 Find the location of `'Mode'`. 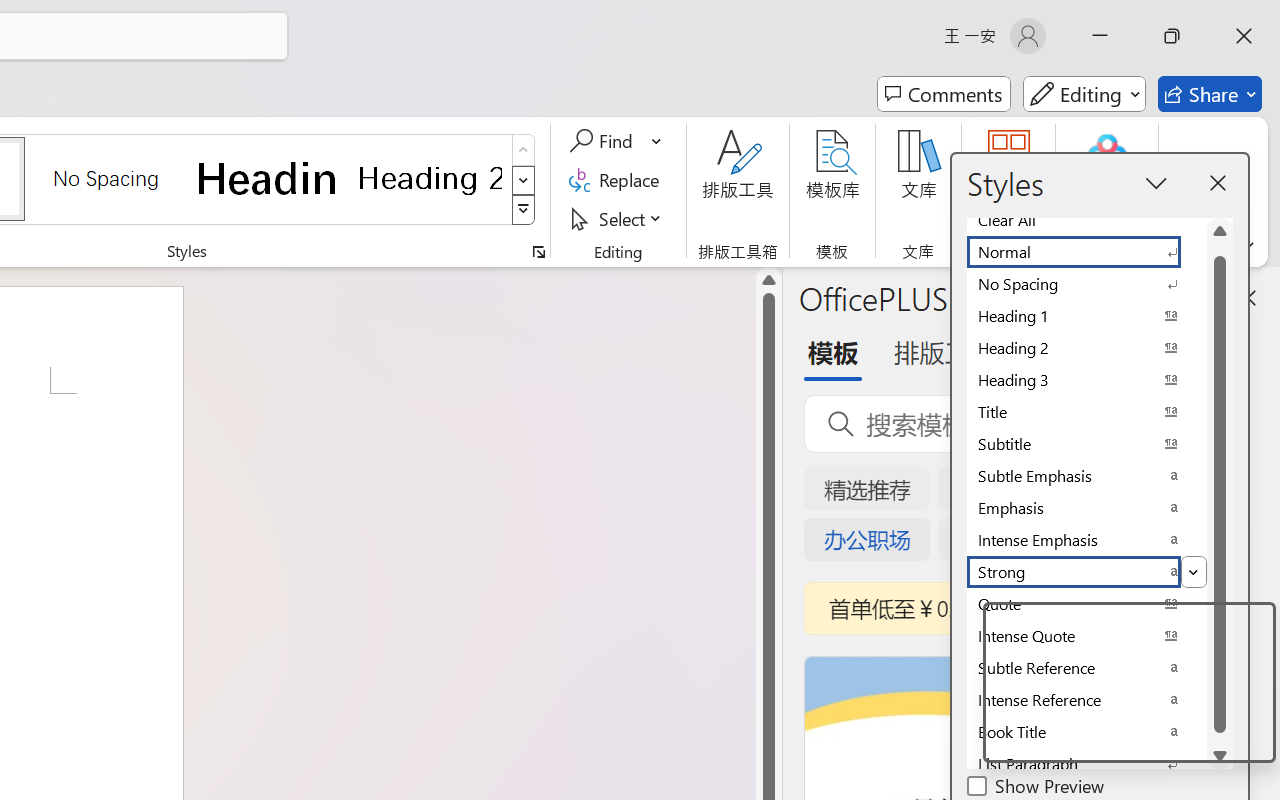

'Mode' is located at coordinates (1083, 94).